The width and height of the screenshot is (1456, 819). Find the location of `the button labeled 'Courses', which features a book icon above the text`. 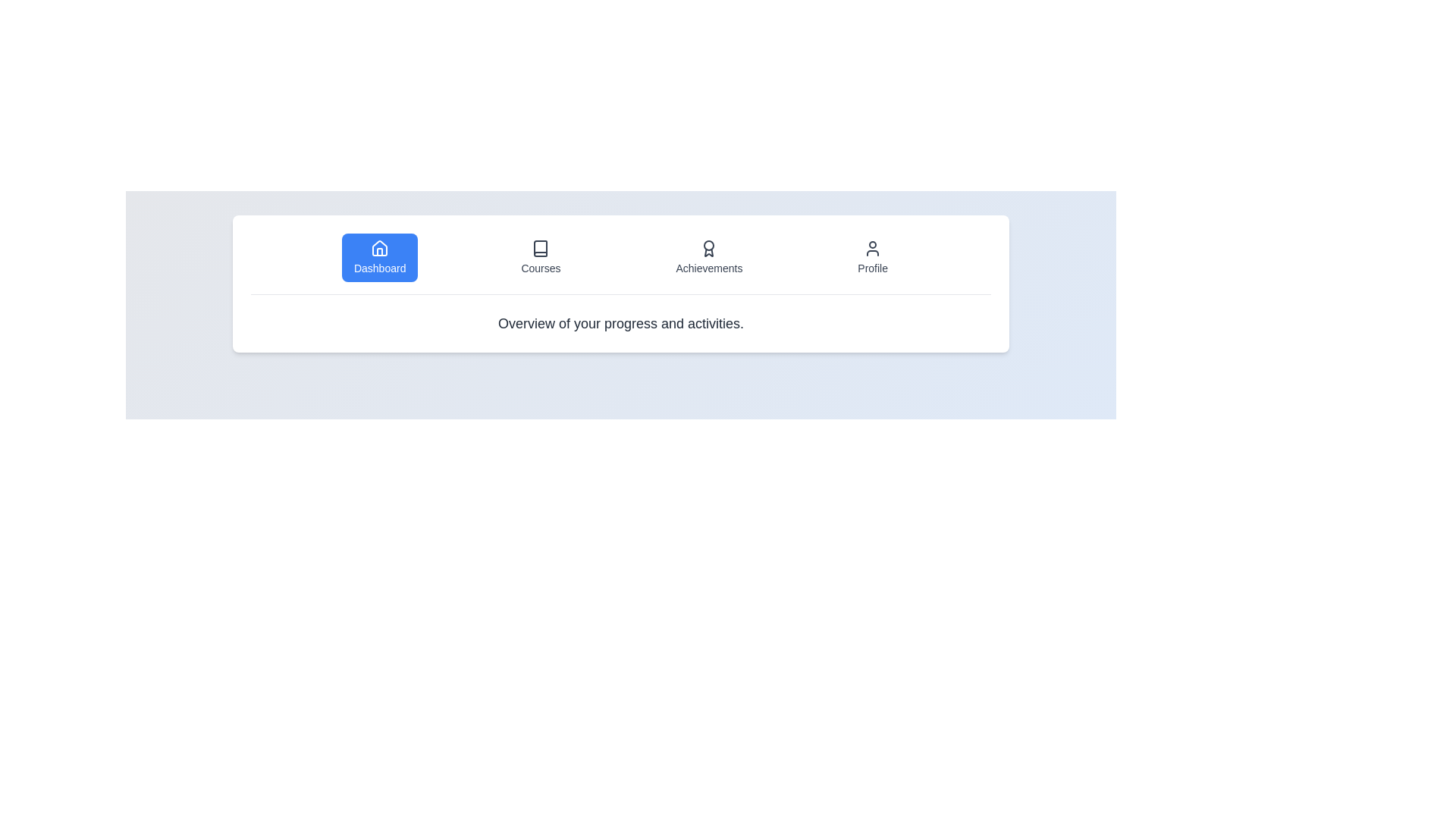

the button labeled 'Courses', which features a book icon above the text is located at coordinates (541, 256).